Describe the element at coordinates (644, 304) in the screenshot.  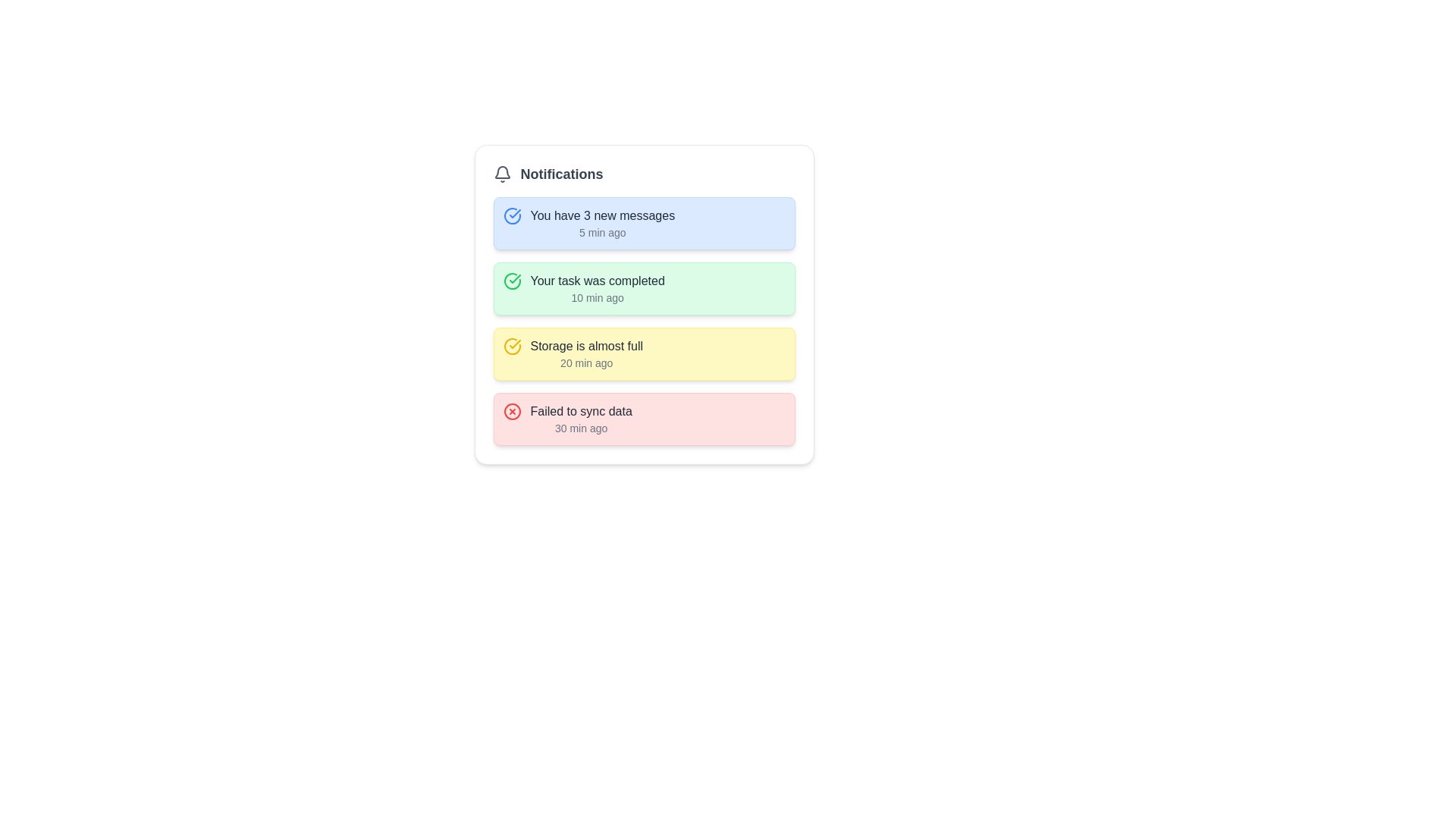
I see `the second notification box within the notification panel titled 'Notifications'` at that location.